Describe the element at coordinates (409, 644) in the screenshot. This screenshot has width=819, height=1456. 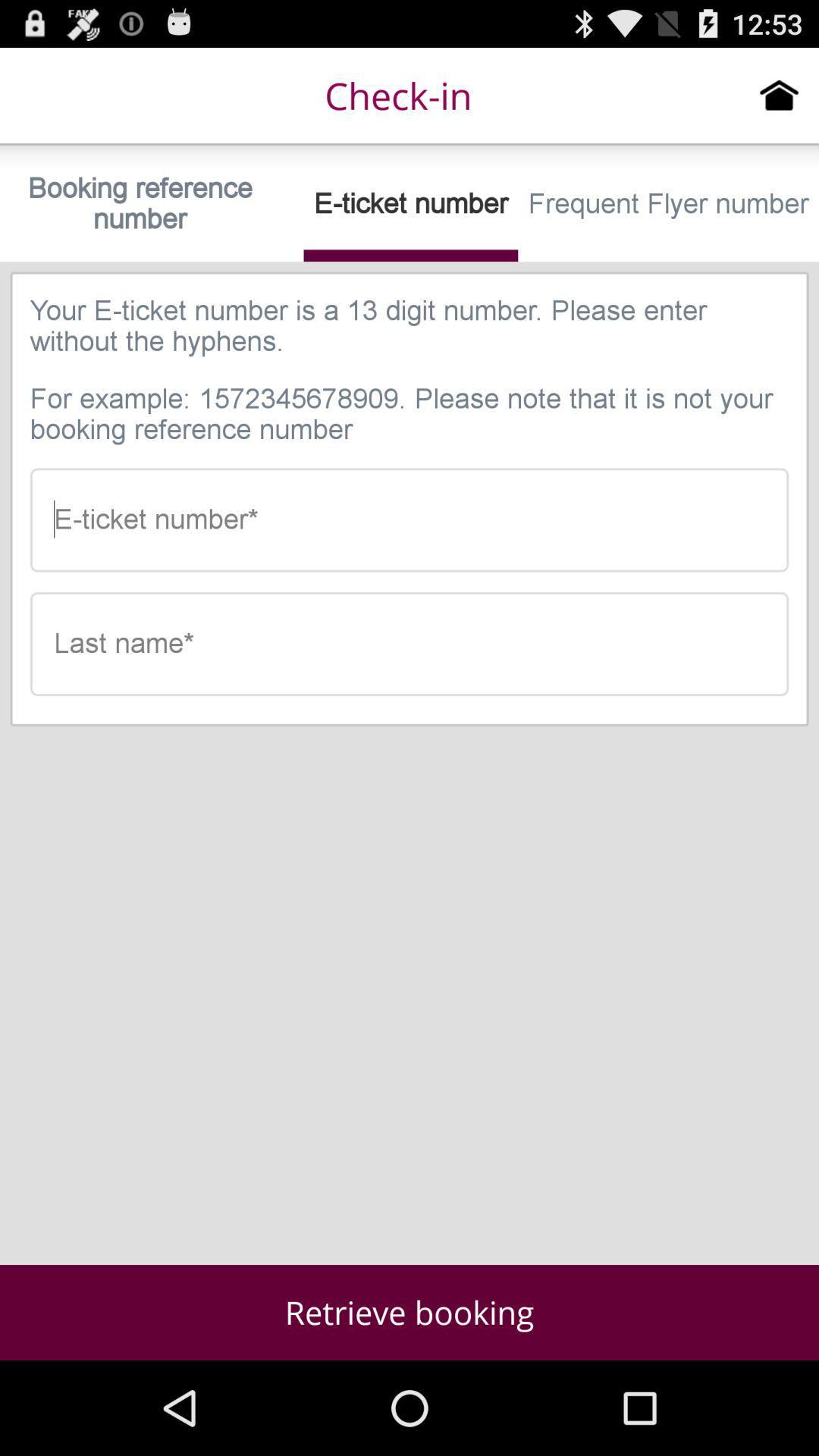
I see `your last name` at that location.